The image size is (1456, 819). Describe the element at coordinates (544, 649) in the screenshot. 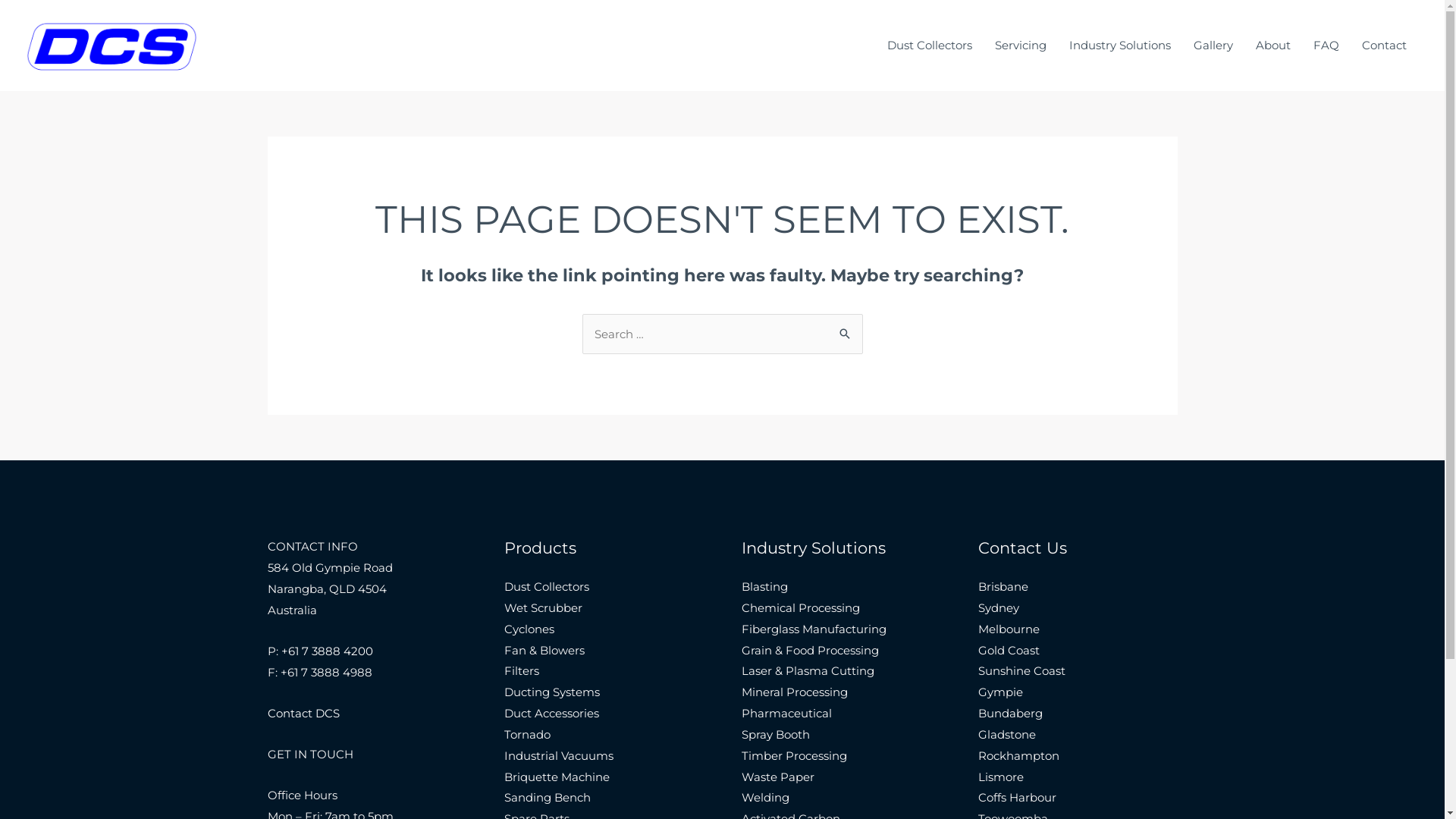

I see `'Fan & Blowers'` at that location.